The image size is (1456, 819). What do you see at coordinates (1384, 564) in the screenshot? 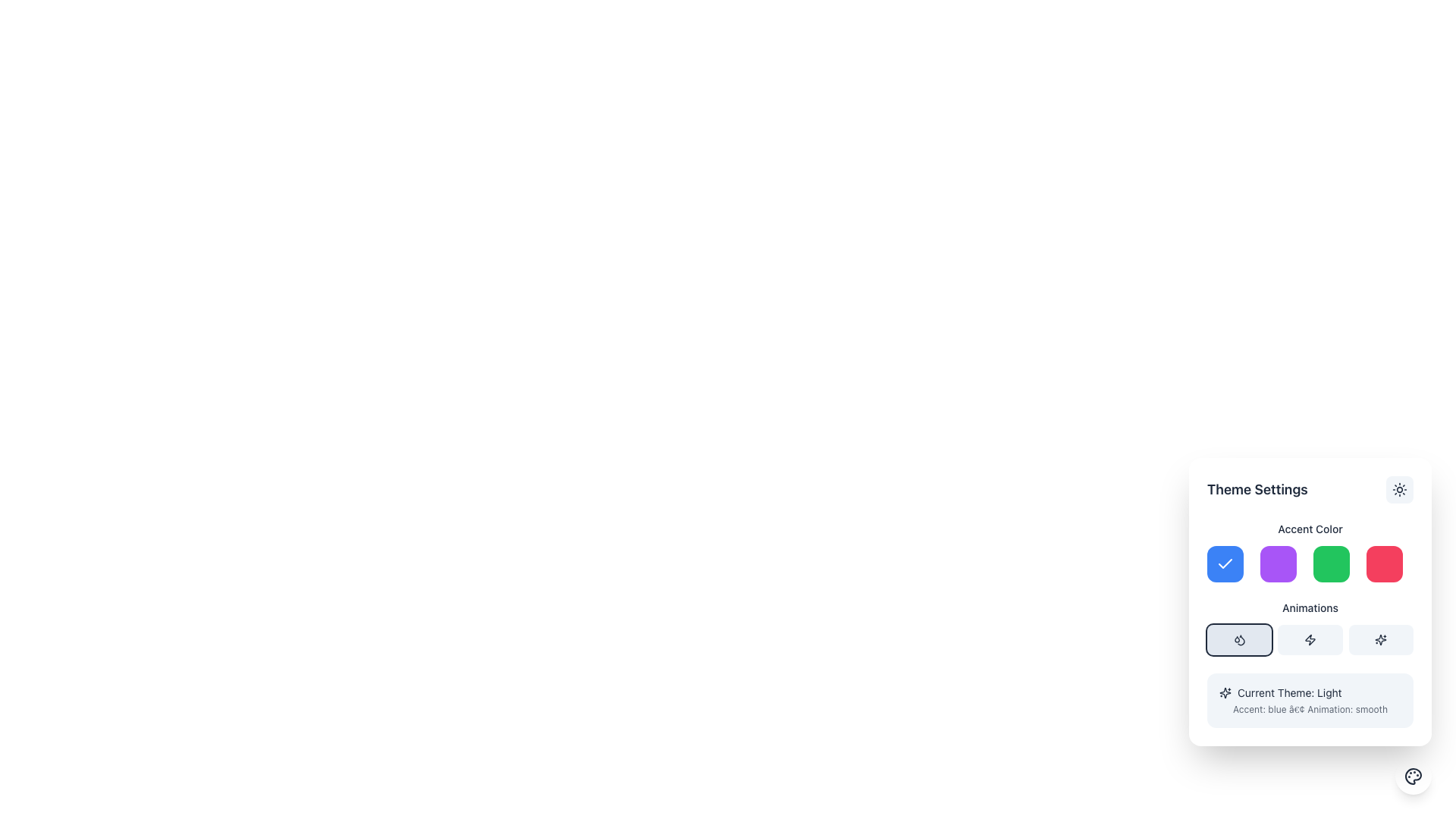
I see `the fourth button in the row of four selectable color buttons under the 'Accent Color' section in the Theme Settings panel` at bounding box center [1384, 564].